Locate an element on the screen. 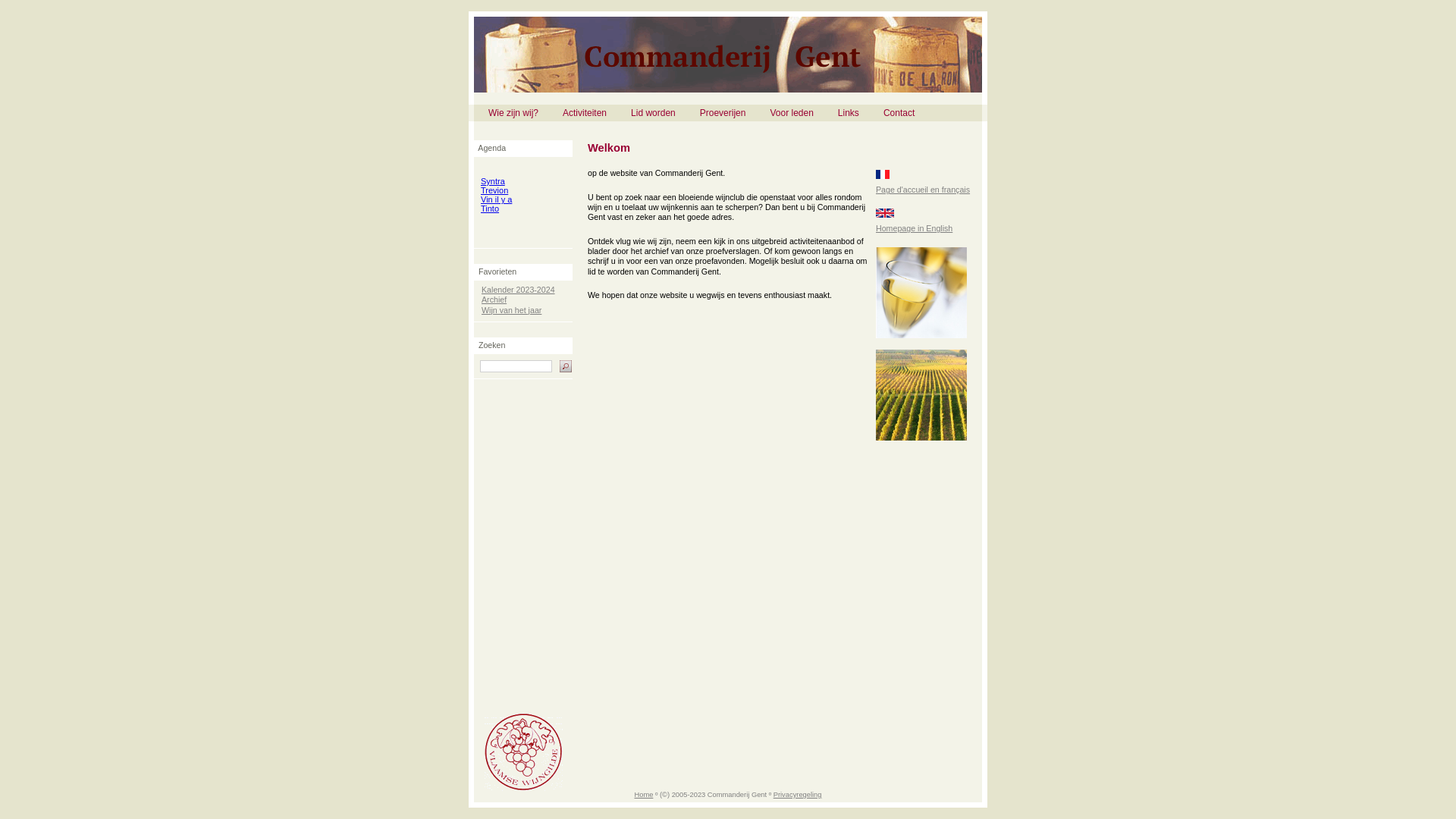  'Contact' is located at coordinates (899, 112).